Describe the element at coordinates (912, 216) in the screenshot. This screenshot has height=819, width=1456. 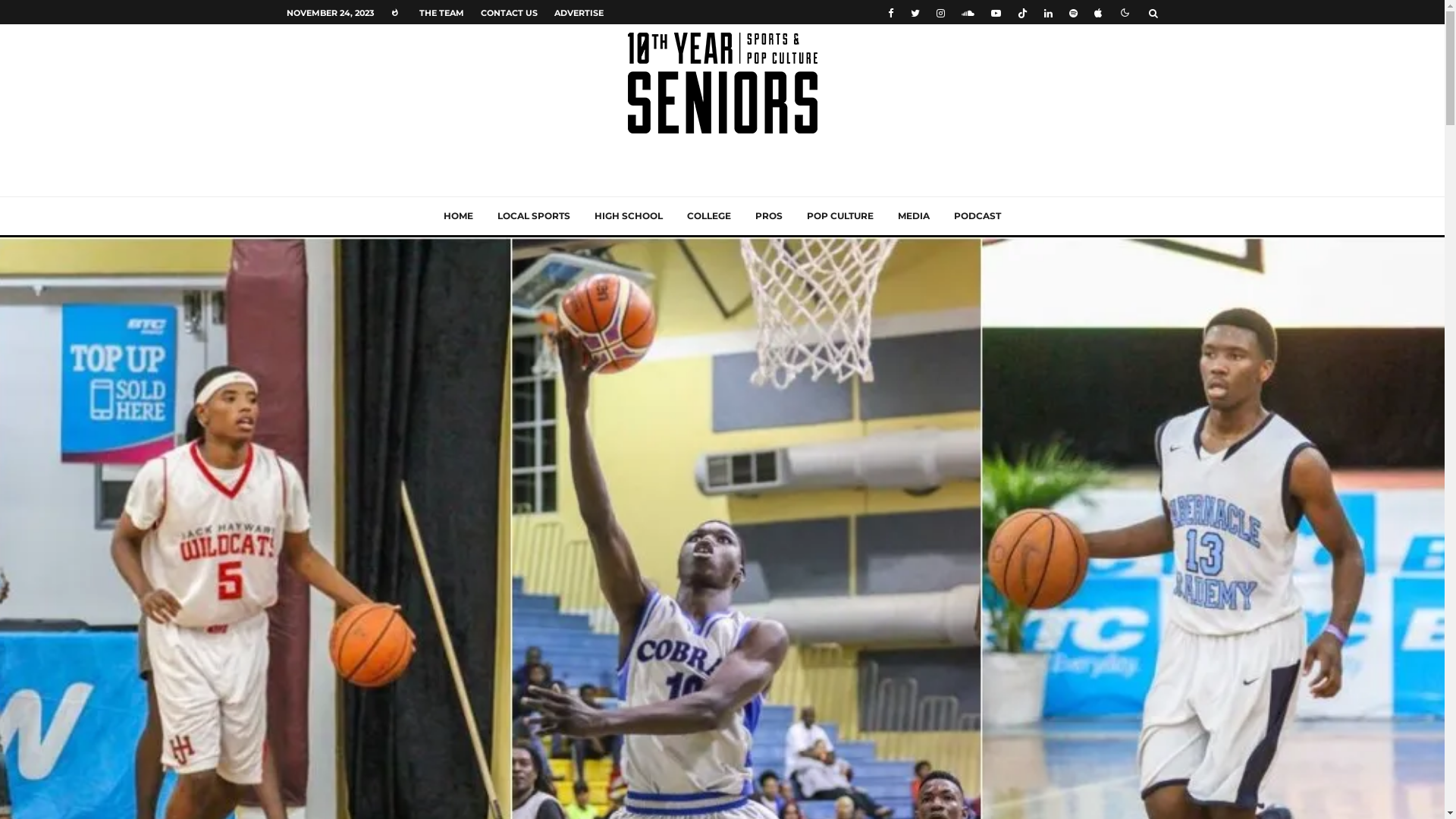
I see `'MEDIA'` at that location.